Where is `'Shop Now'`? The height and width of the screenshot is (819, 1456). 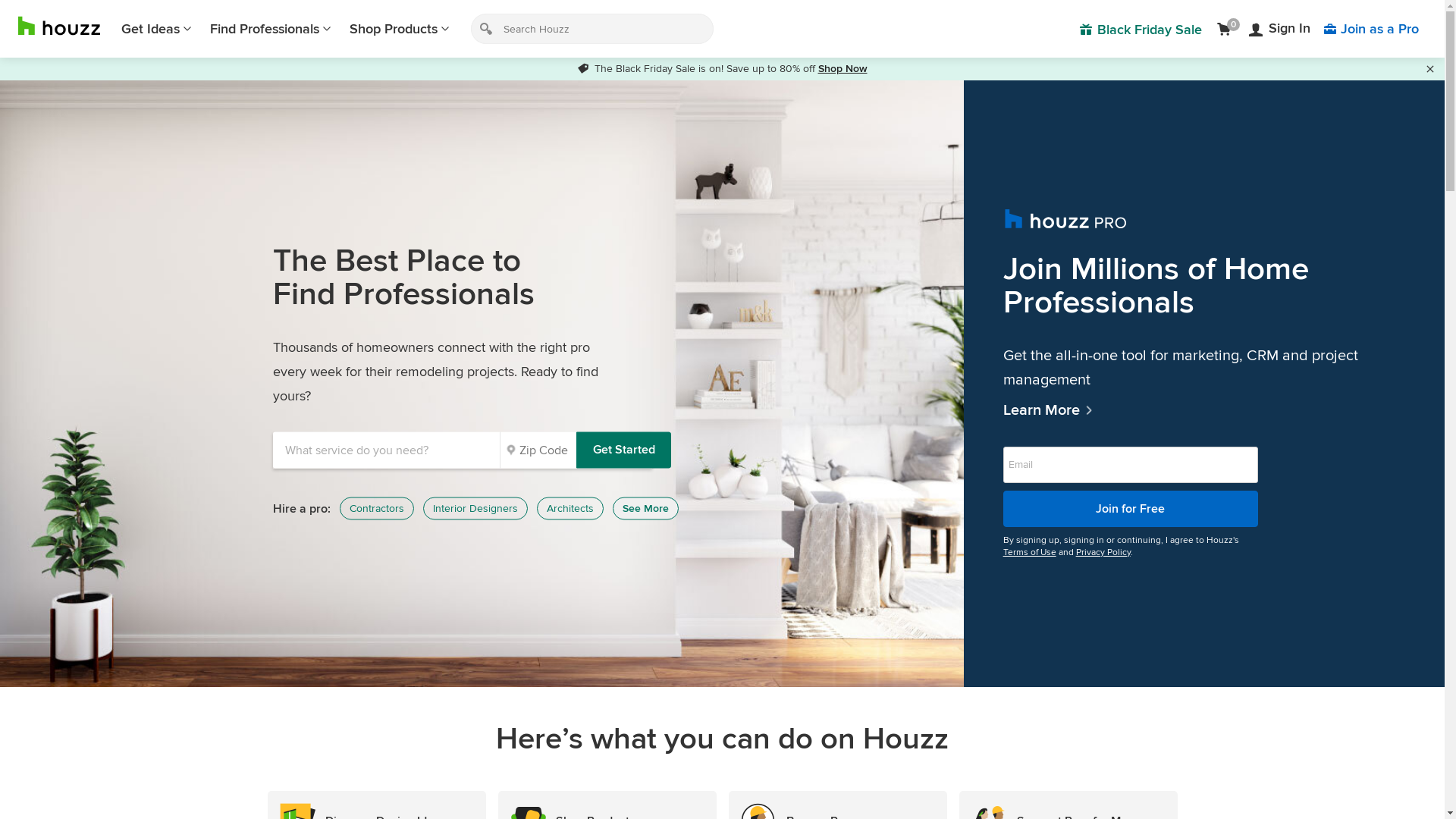 'Shop Now' is located at coordinates (841, 68).